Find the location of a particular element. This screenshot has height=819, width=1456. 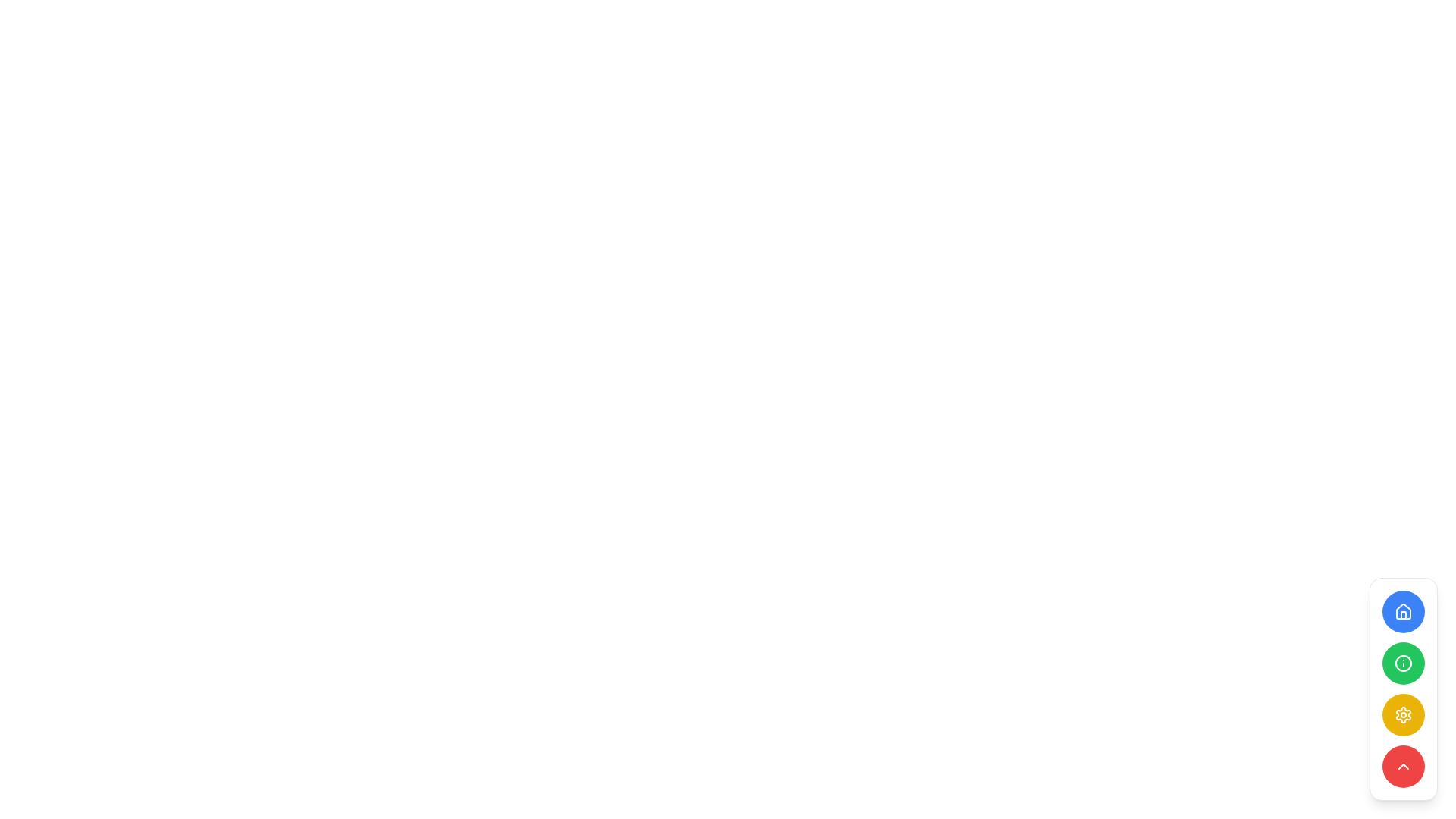

the up-facing chevron arrow button located at the bottom of the circular stack is located at coordinates (1403, 766).